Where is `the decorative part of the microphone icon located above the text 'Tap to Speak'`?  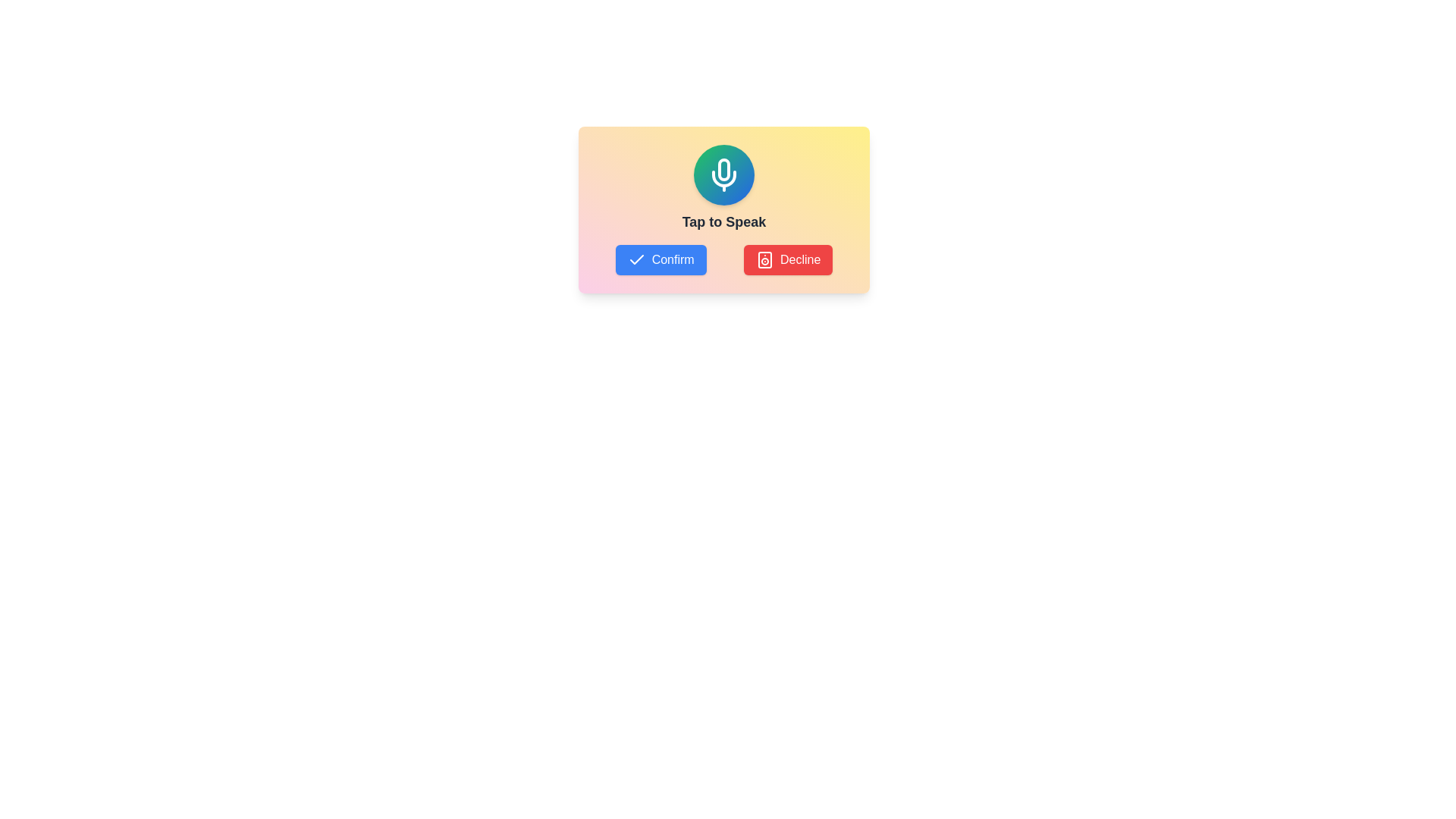 the decorative part of the microphone icon located above the text 'Tap to Speak' is located at coordinates (723, 169).